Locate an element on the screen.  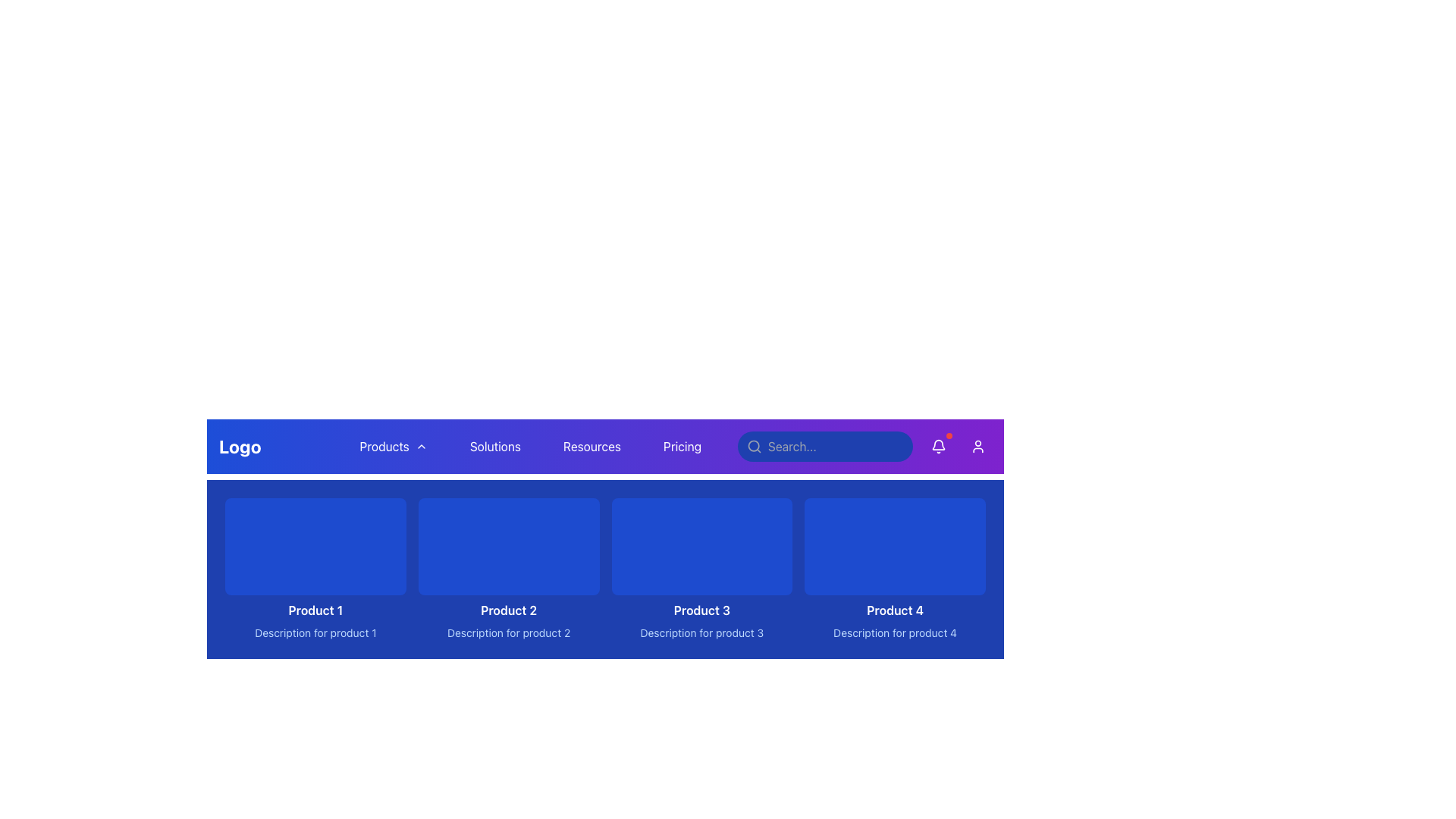
the text label displaying 'Description for product 4', which is a smaller, faint blue text located directly beneath the title 'Product 4' in the fourth product box is located at coordinates (895, 632).